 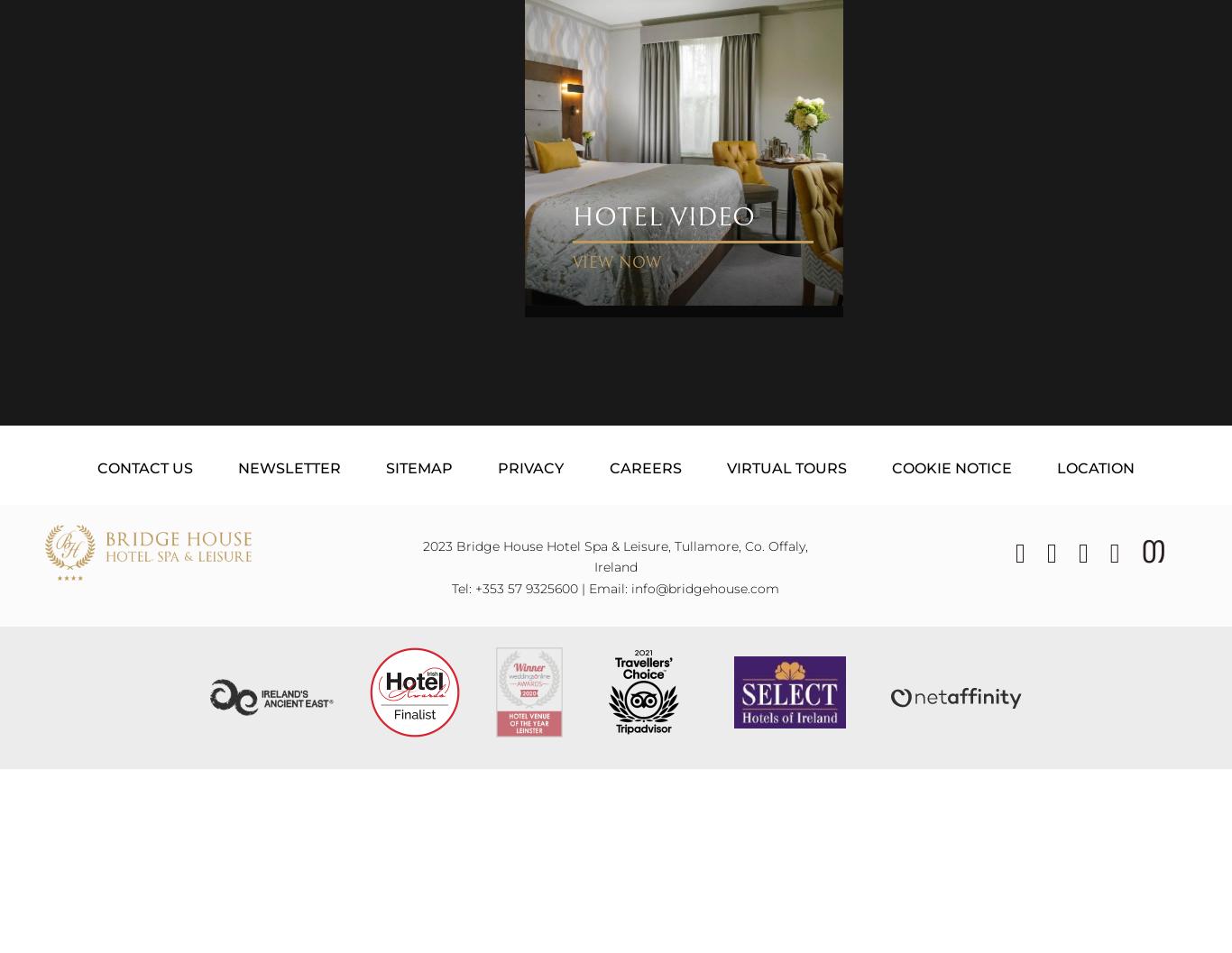 I want to click on 'Why Book With Us?', so click(x=601, y=930).